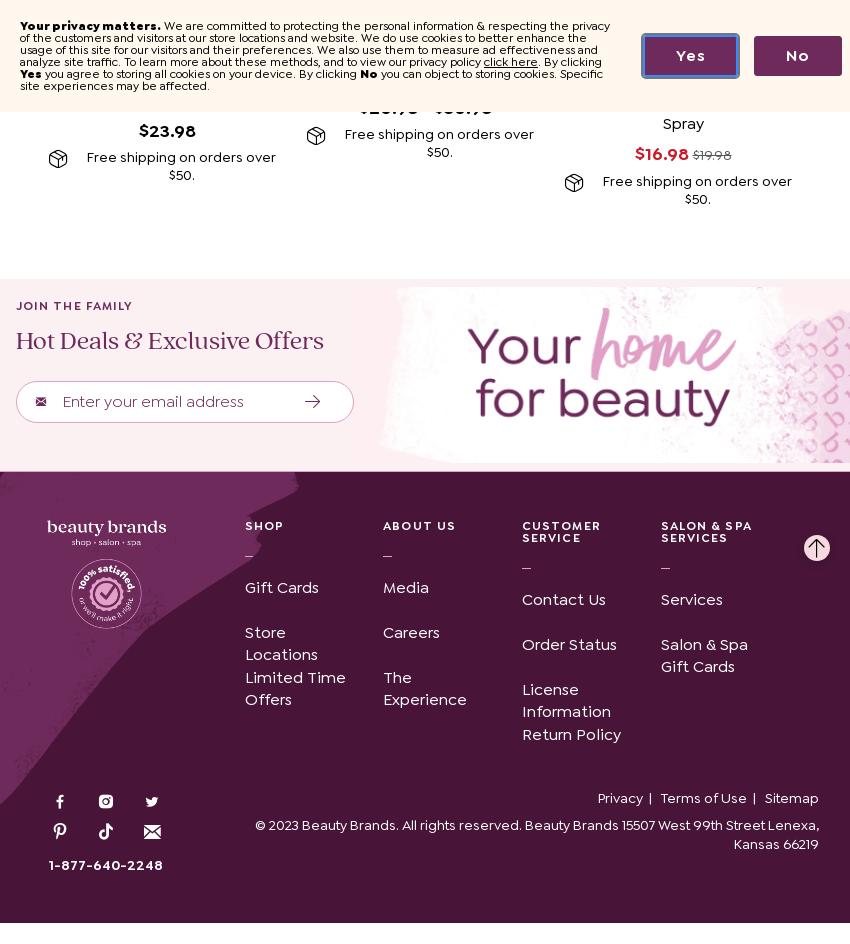 The height and width of the screenshot is (944, 850). Describe the element at coordinates (569, 643) in the screenshot. I see `'Order Status'` at that location.